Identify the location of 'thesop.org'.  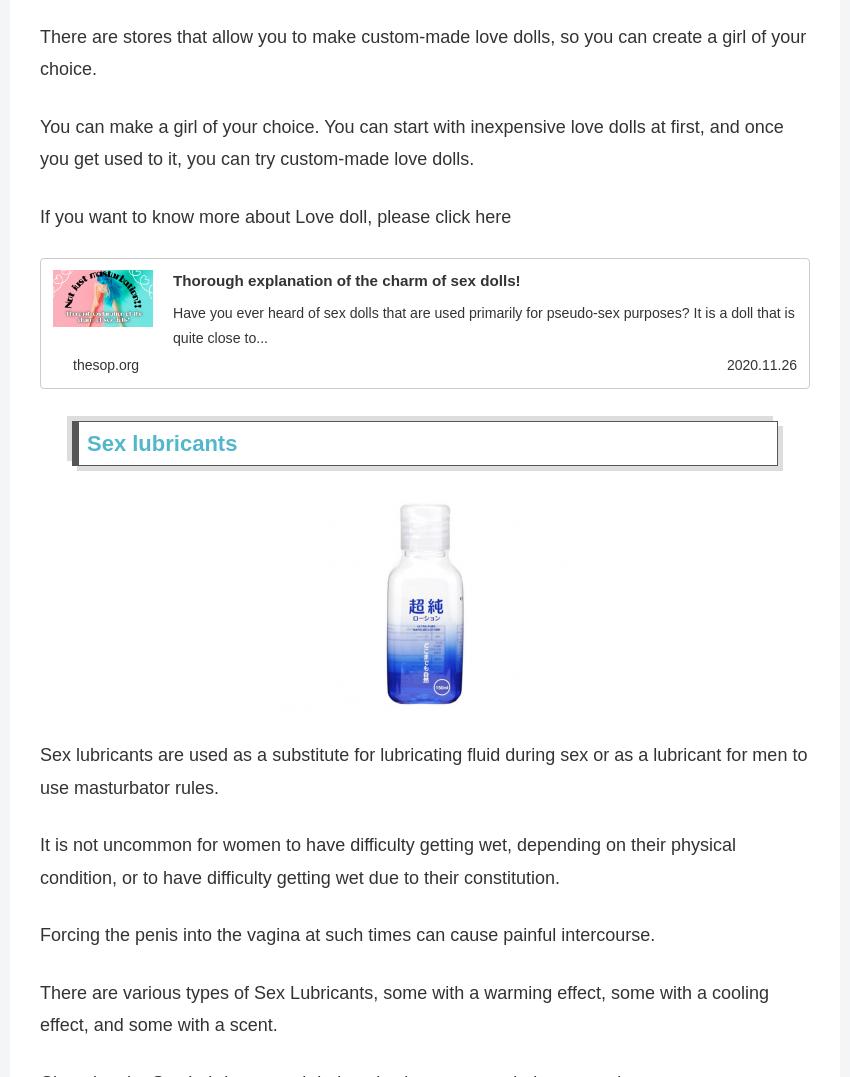
(104, 367).